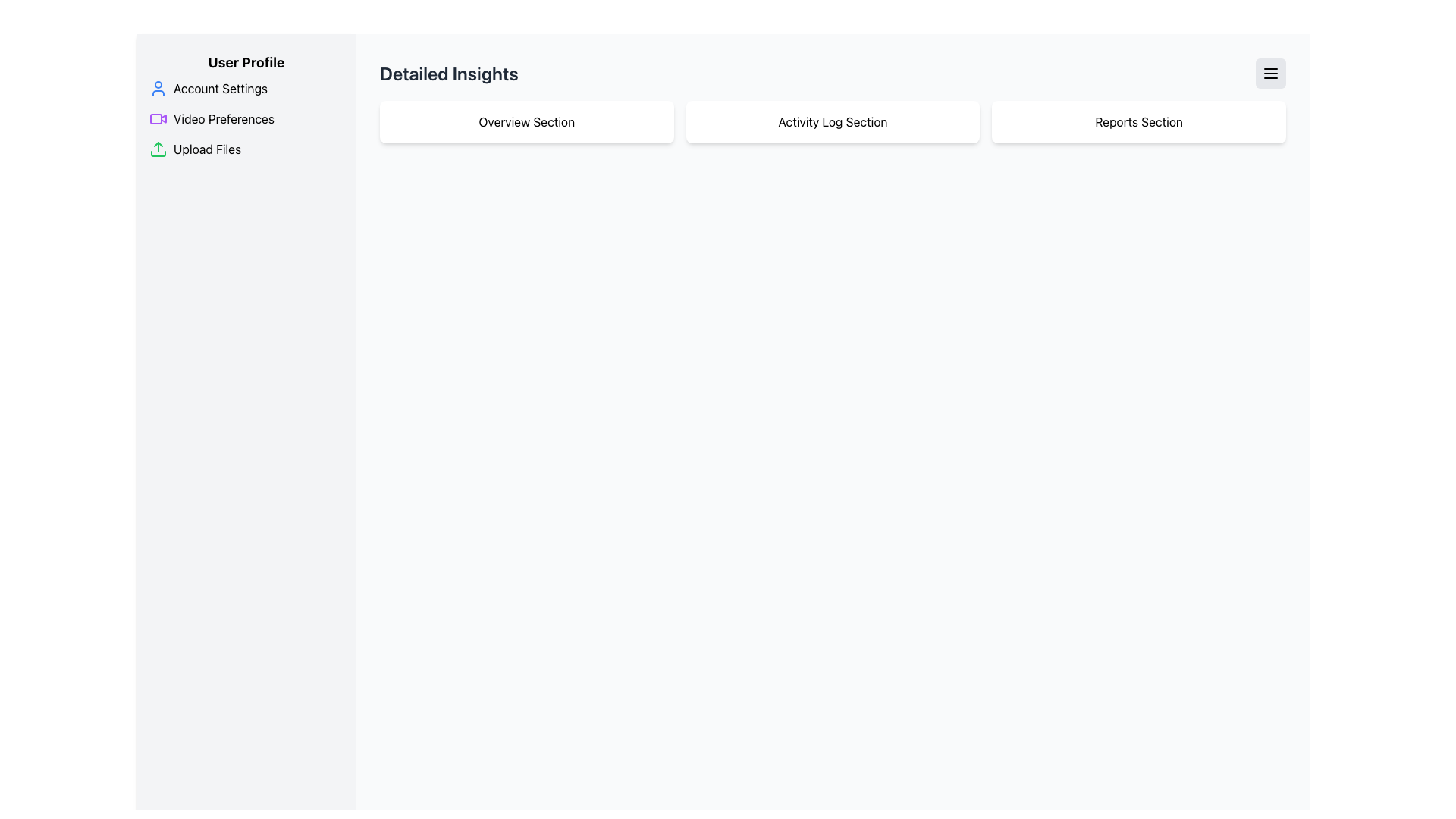 The image size is (1456, 819). I want to click on the rectangular button with rounded corners and a gray background containing a black menu icon, located in the top-right corner of the 'Detailed Insights' section, so click(1270, 73).